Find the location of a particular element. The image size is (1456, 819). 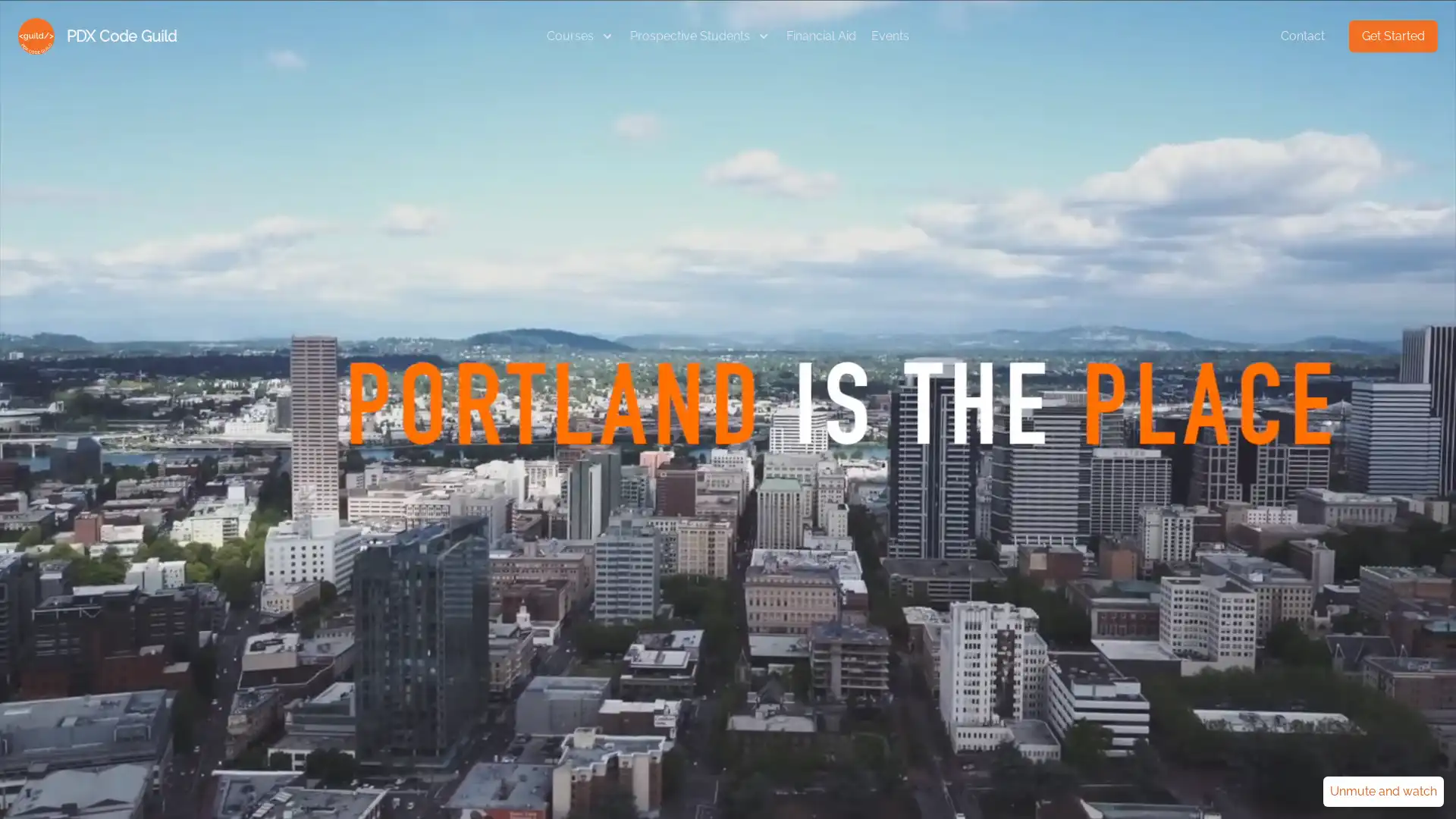

Financial Aid is located at coordinates (821, 35).